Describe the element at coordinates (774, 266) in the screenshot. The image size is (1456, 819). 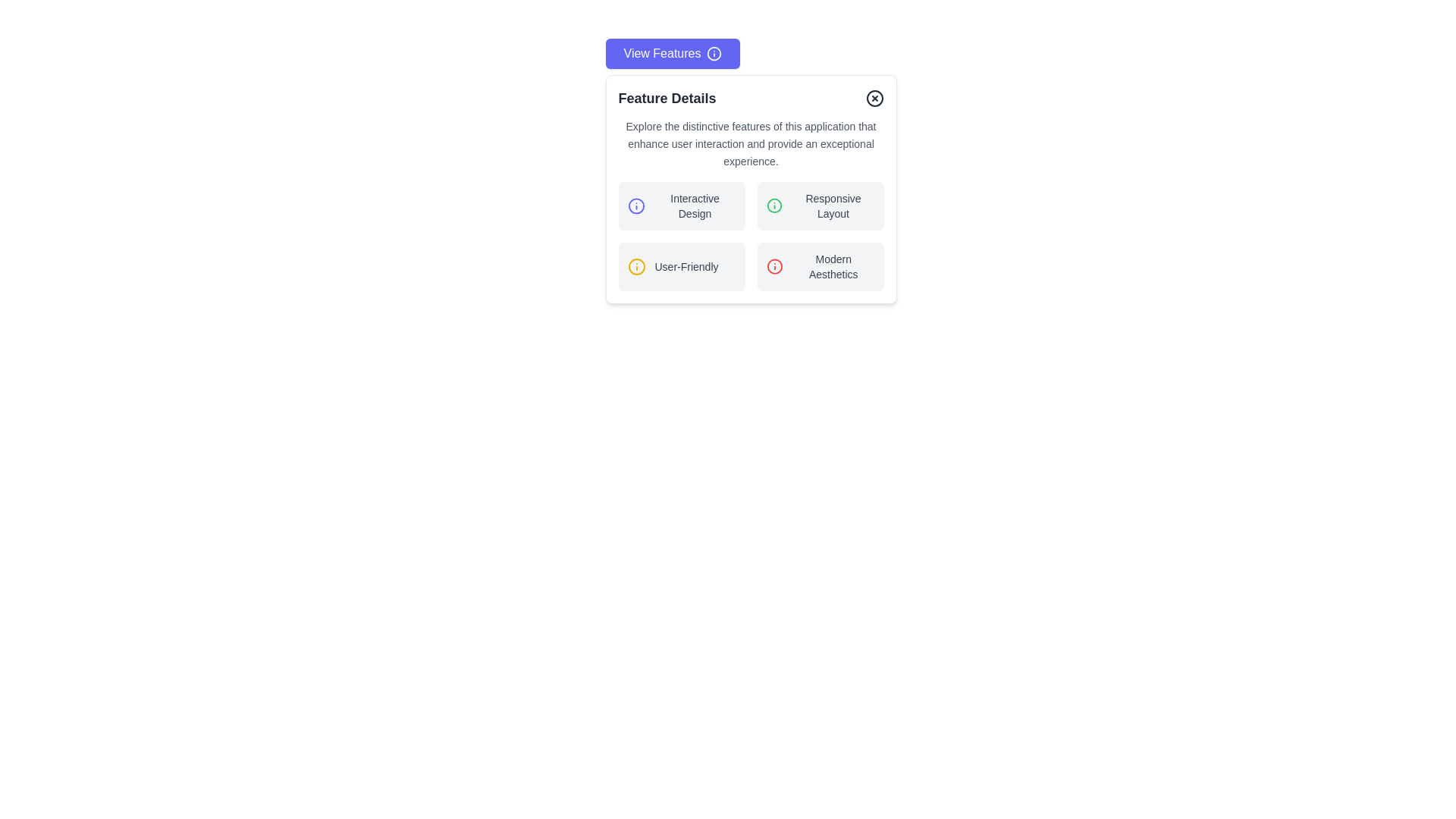
I see `the 'Modern Aesthetics' icon located at the left side of the 'Modern Aesthetics' text for additional context or information` at that location.